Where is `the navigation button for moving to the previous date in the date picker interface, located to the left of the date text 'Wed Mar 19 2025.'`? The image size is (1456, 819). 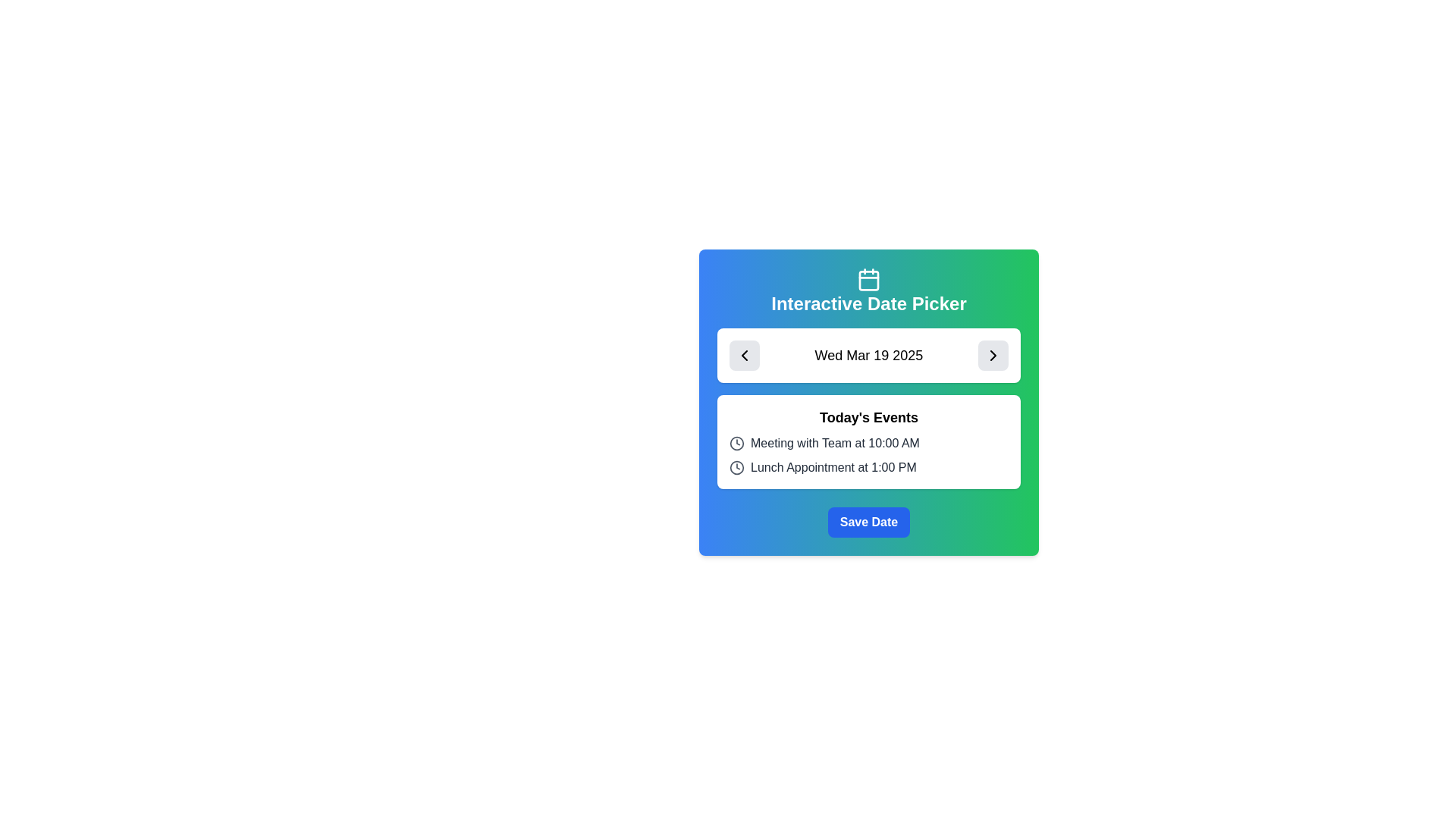
the navigation button for moving to the previous date in the date picker interface, located to the left of the date text 'Wed Mar 19 2025.' is located at coordinates (745, 356).